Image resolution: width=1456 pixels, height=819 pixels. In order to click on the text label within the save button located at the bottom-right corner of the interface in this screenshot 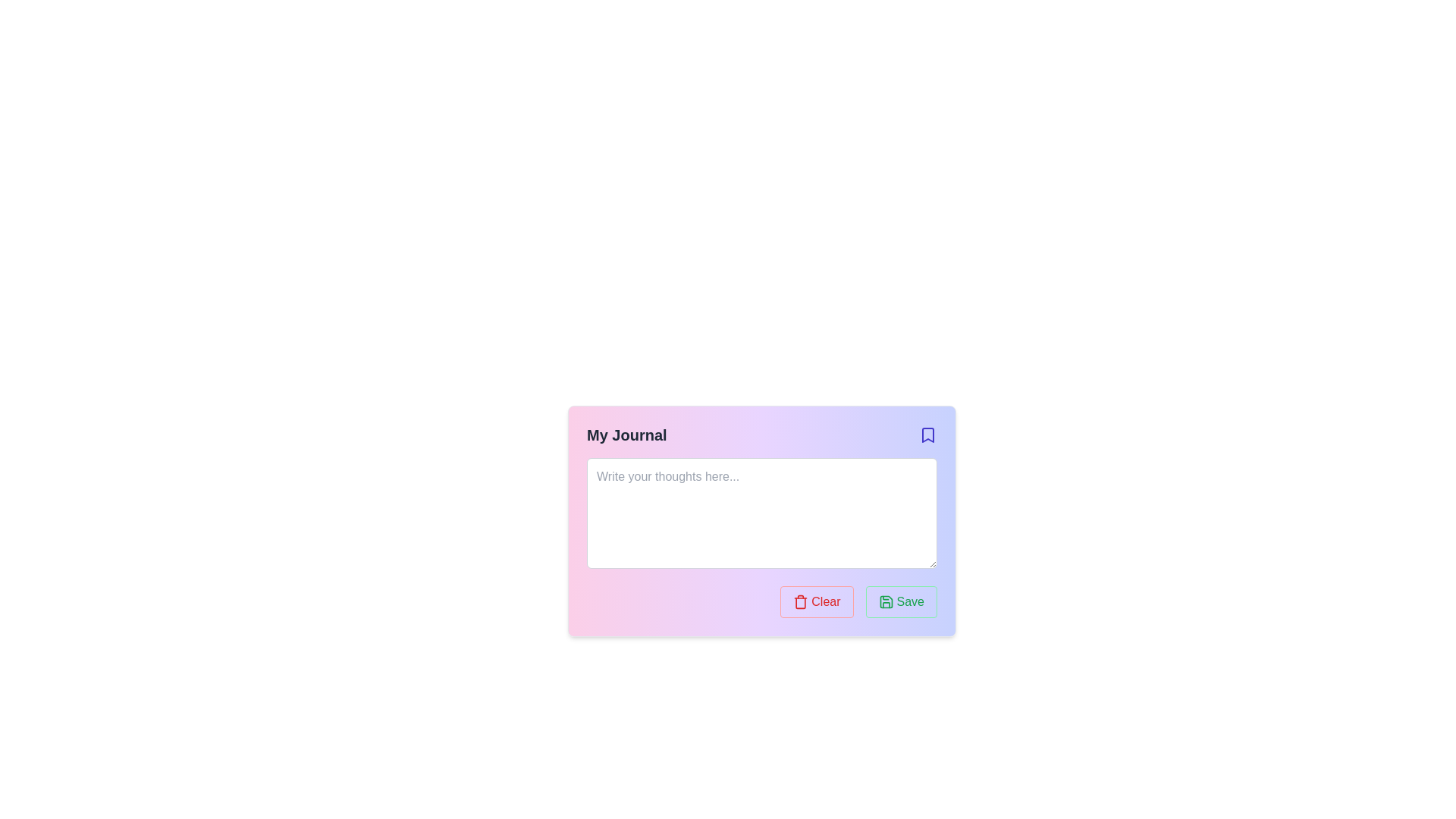, I will do `click(910, 601)`.